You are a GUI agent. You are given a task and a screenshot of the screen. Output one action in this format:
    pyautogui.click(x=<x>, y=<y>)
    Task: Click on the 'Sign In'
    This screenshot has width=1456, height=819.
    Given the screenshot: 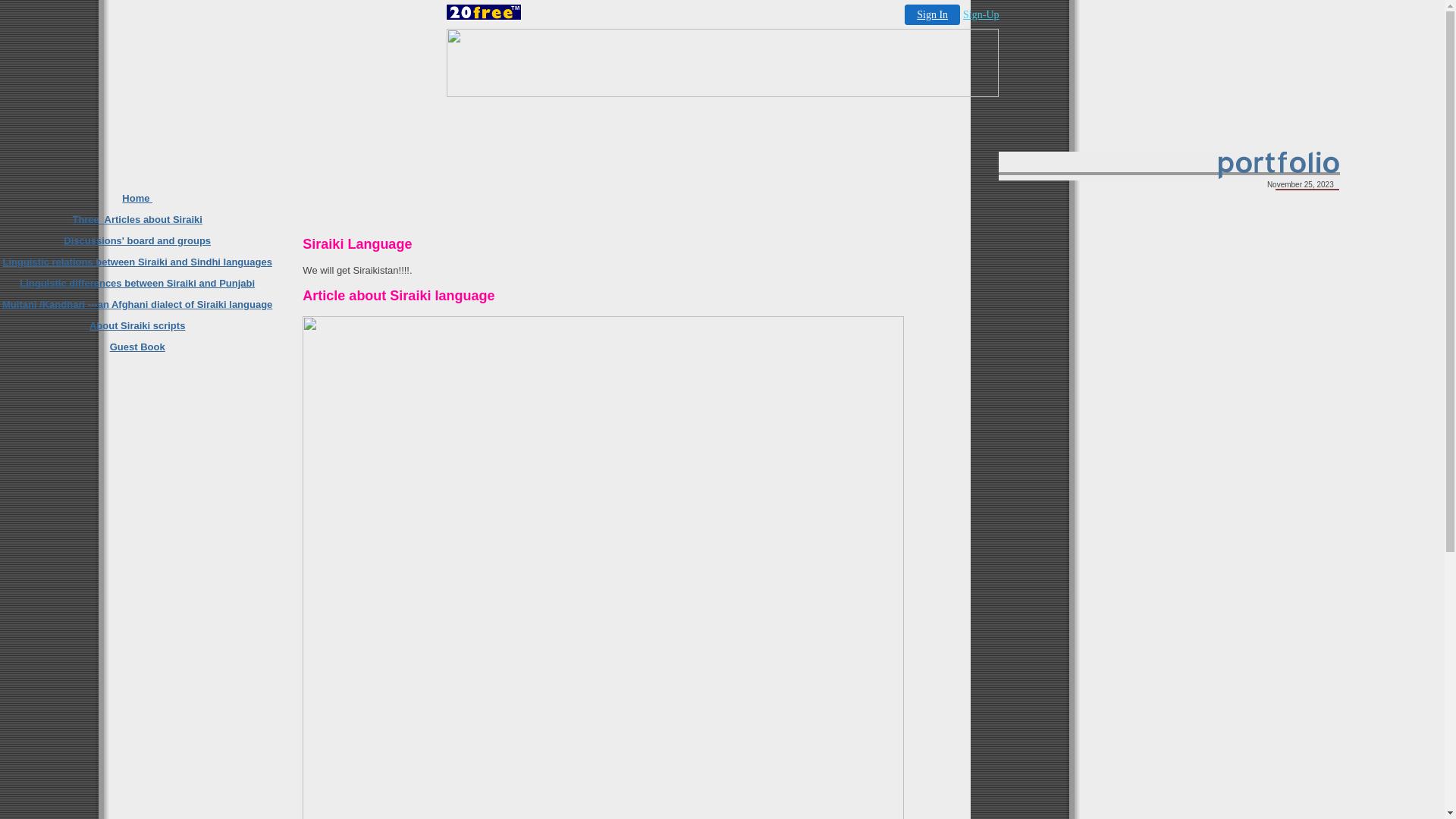 What is the action you would take?
    pyautogui.click(x=931, y=14)
    